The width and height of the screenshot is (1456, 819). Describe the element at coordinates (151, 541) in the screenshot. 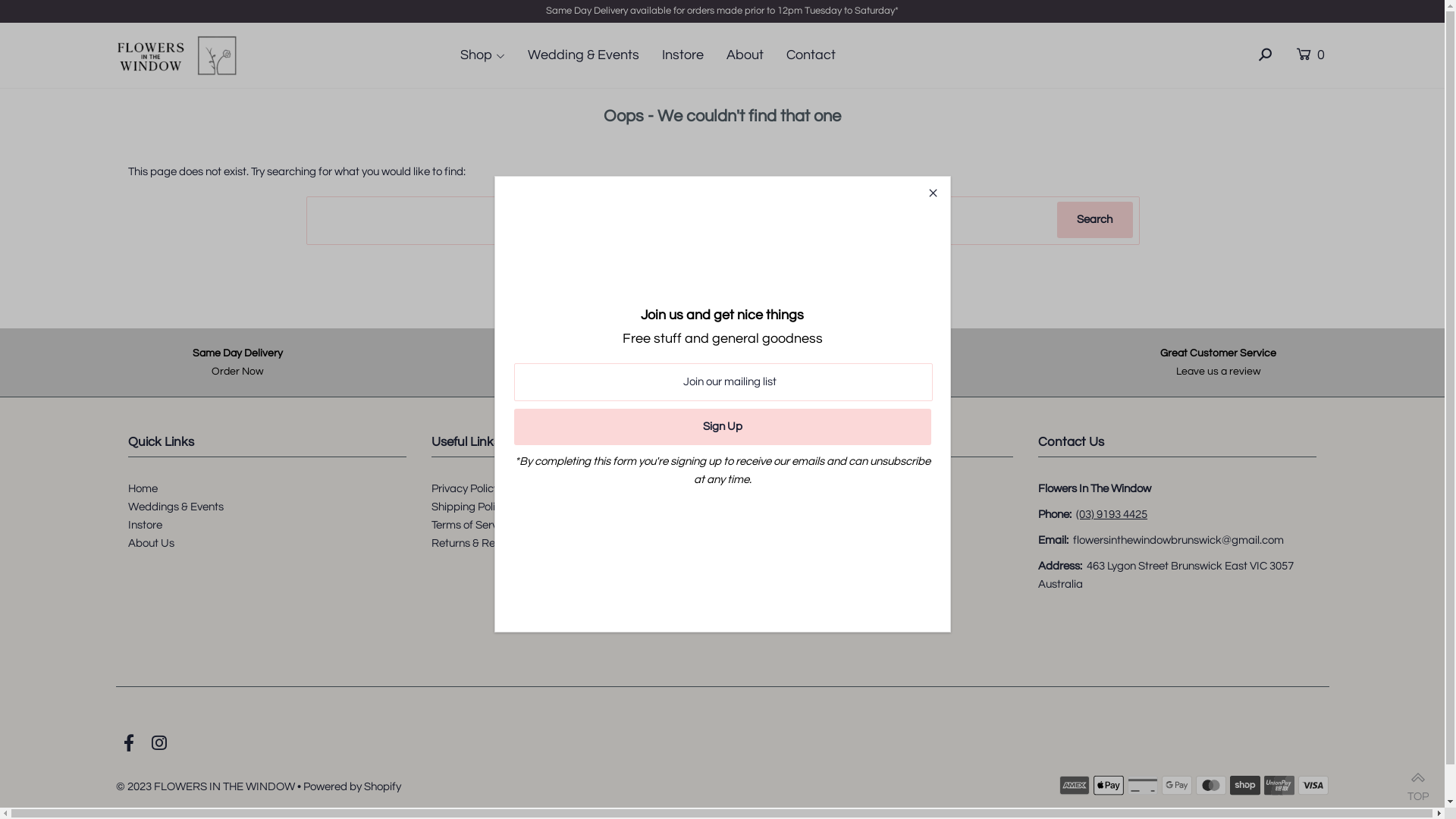

I see `'About Us'` at that location.